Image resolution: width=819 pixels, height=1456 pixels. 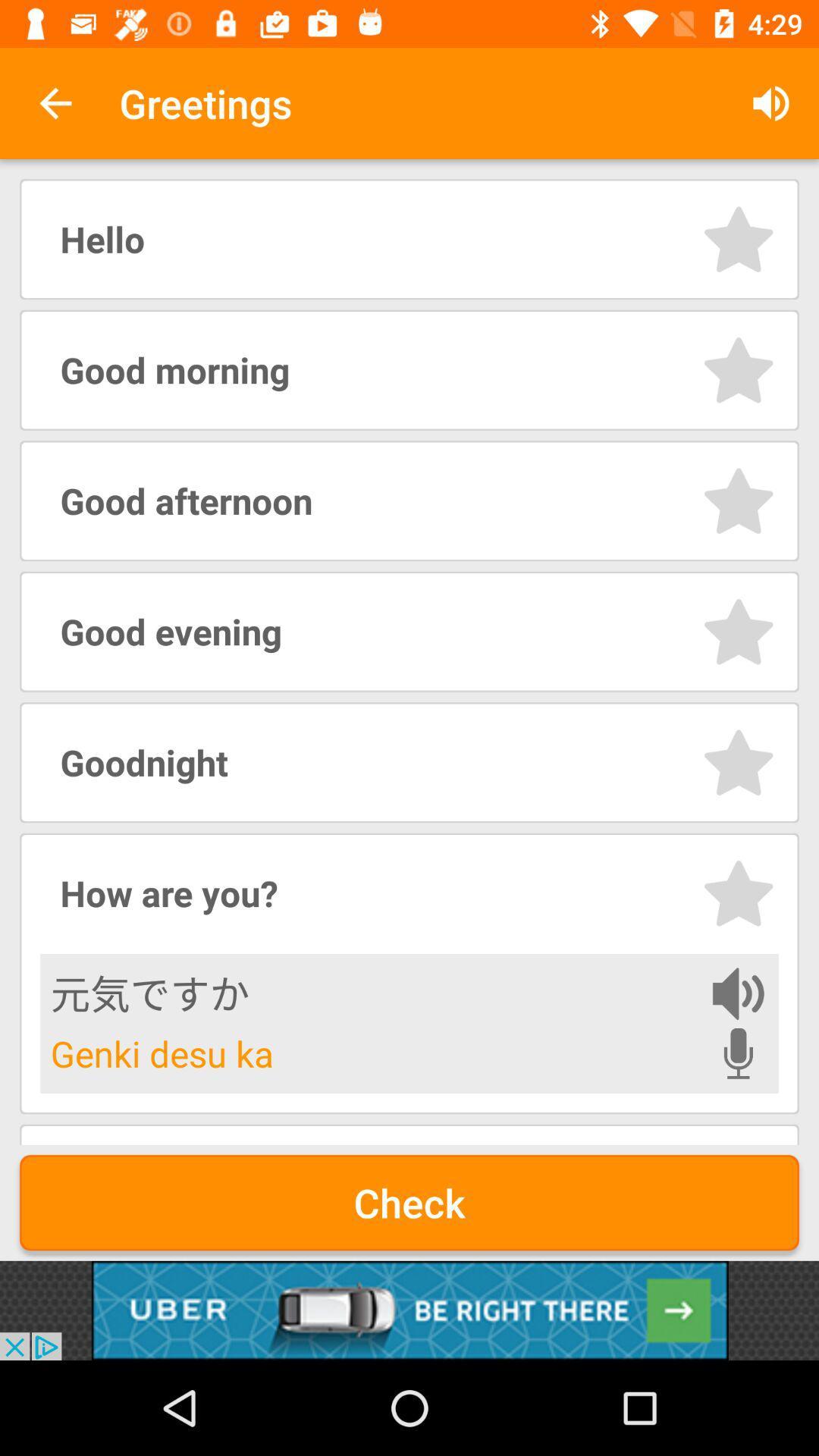 What do you see at coordinates (738, 893) in the screenshot?
I see `a phrase` at bounding box center [738, 893].